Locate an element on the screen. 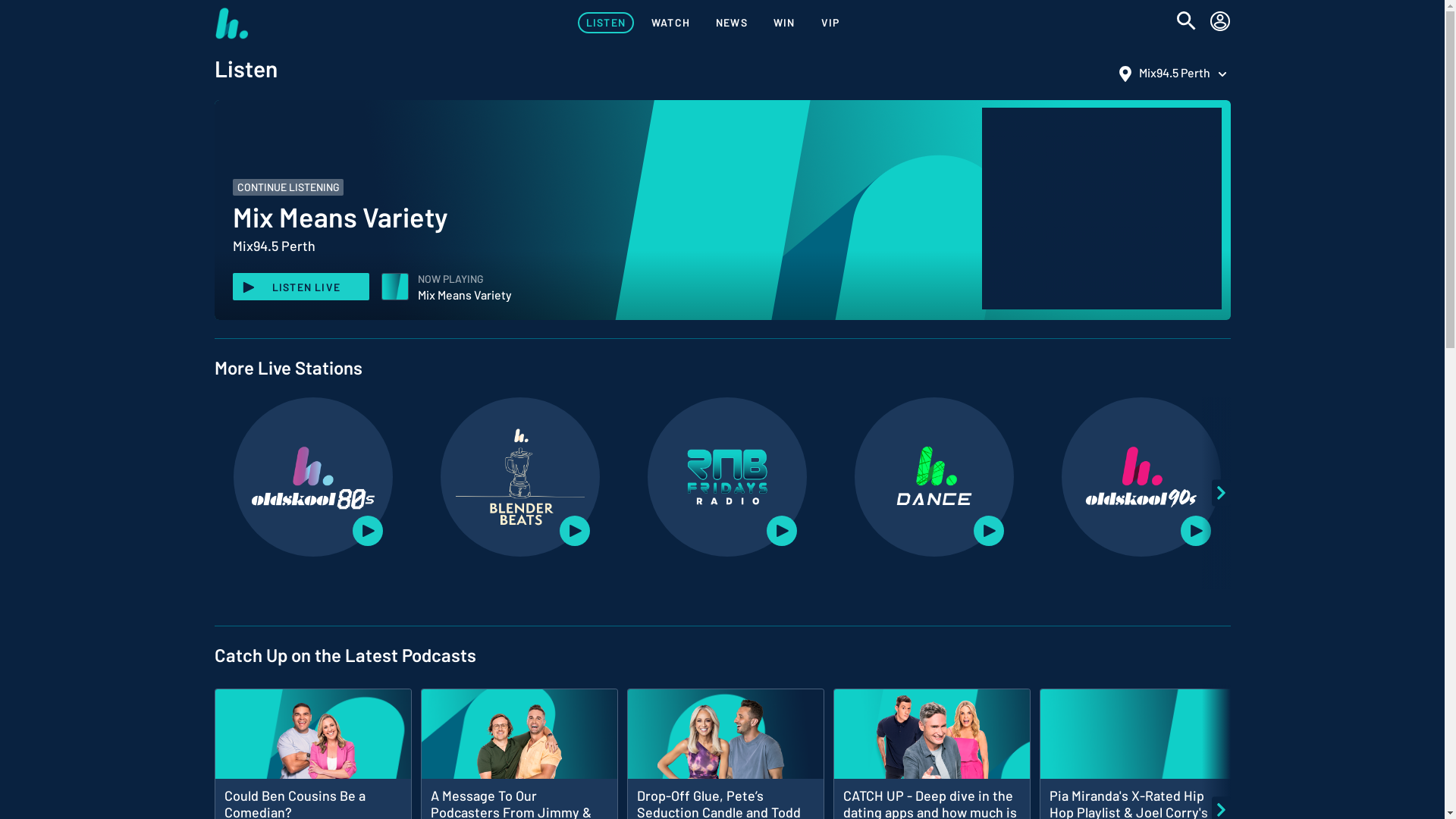 Image resolution: width=1456 pixels, height=819 pixels. 'Oldskool 90s Hits' is located at coordinates (1076, 475).